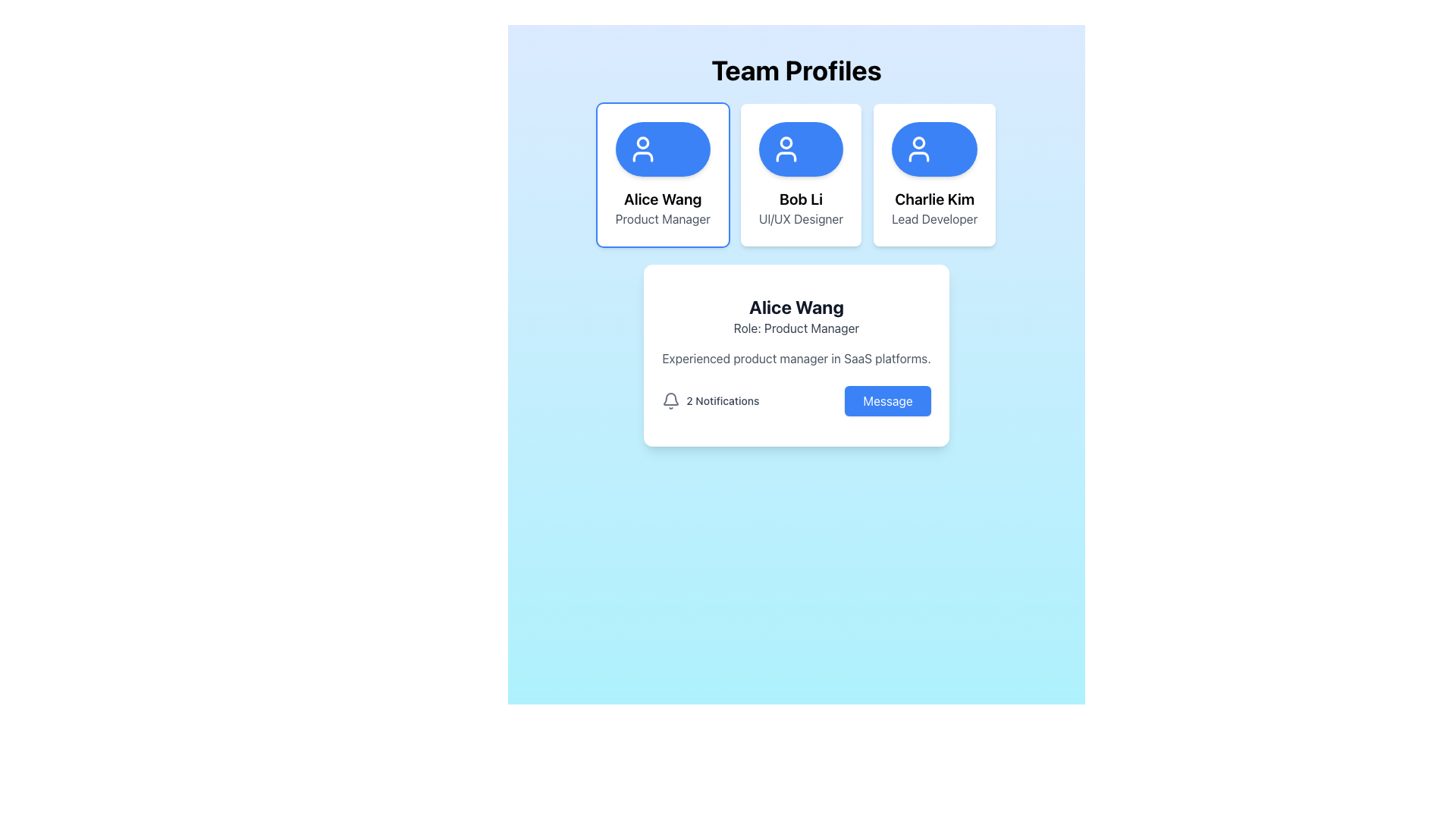 This screenshot has width=1456, height=819. Describe the element at coordinates (800, 219) in the screenshot. I see `the text element displaying the role 'UI/UX Designer', which is located beneath the name 'Bob Li' in the middle card of the 'Team Profiles' section` at that location.